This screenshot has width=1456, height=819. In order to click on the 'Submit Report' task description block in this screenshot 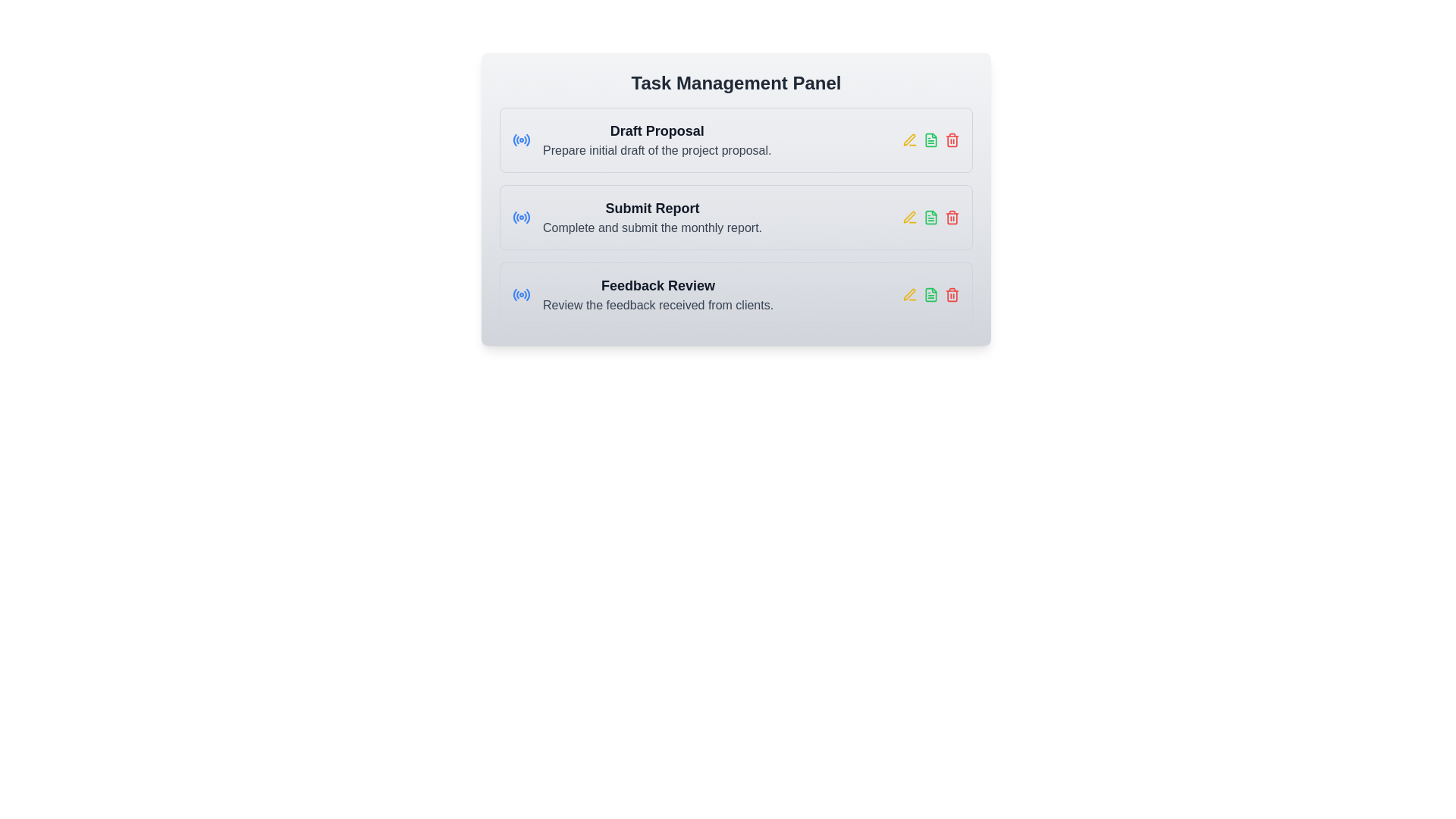, I will do `click(652, 217)`.